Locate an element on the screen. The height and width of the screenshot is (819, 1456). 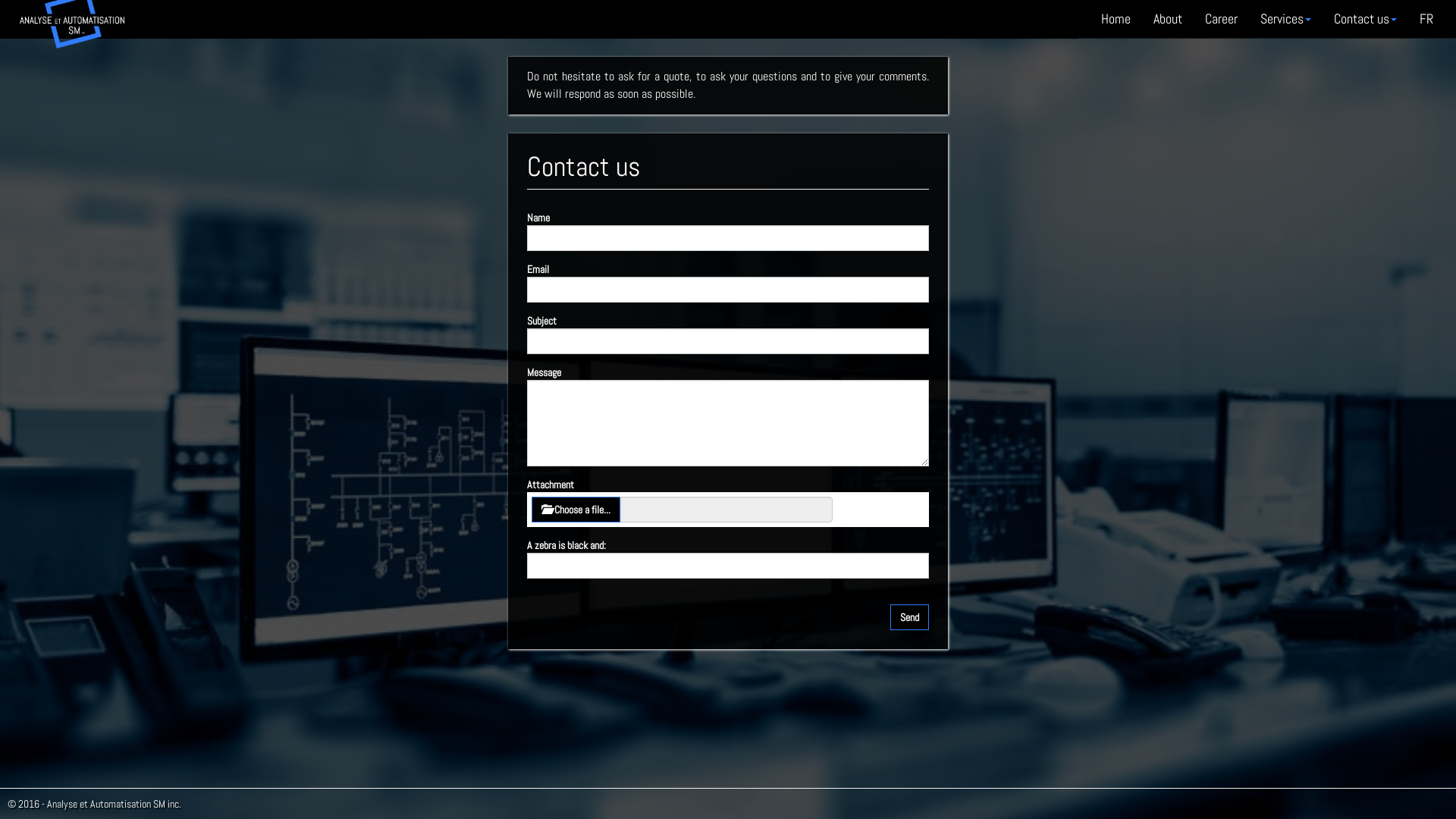
'Send' is located at coordinates (909, 617).